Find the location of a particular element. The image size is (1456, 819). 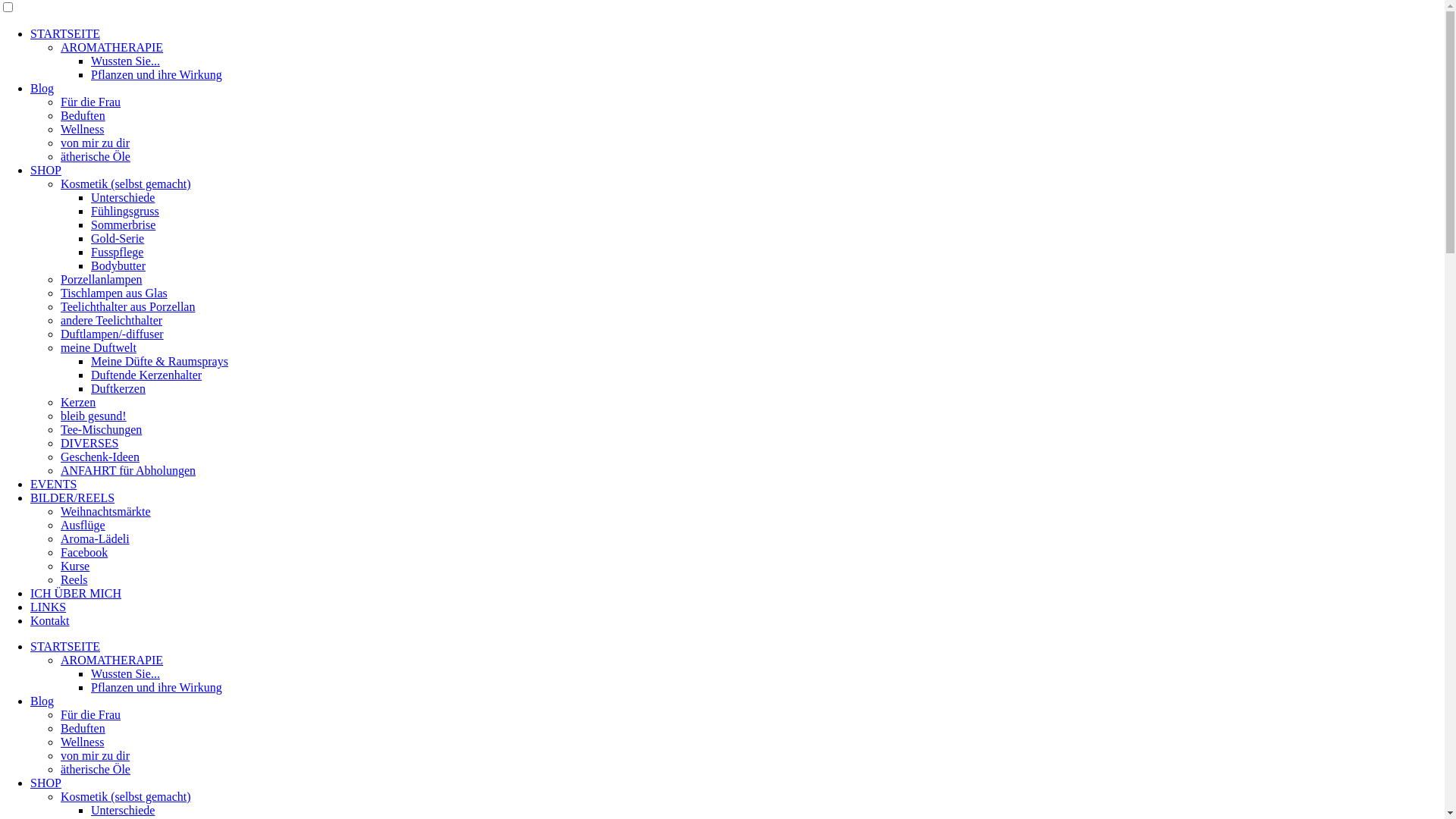

'meine Duftwelt' is located at coordinates (97, 347).